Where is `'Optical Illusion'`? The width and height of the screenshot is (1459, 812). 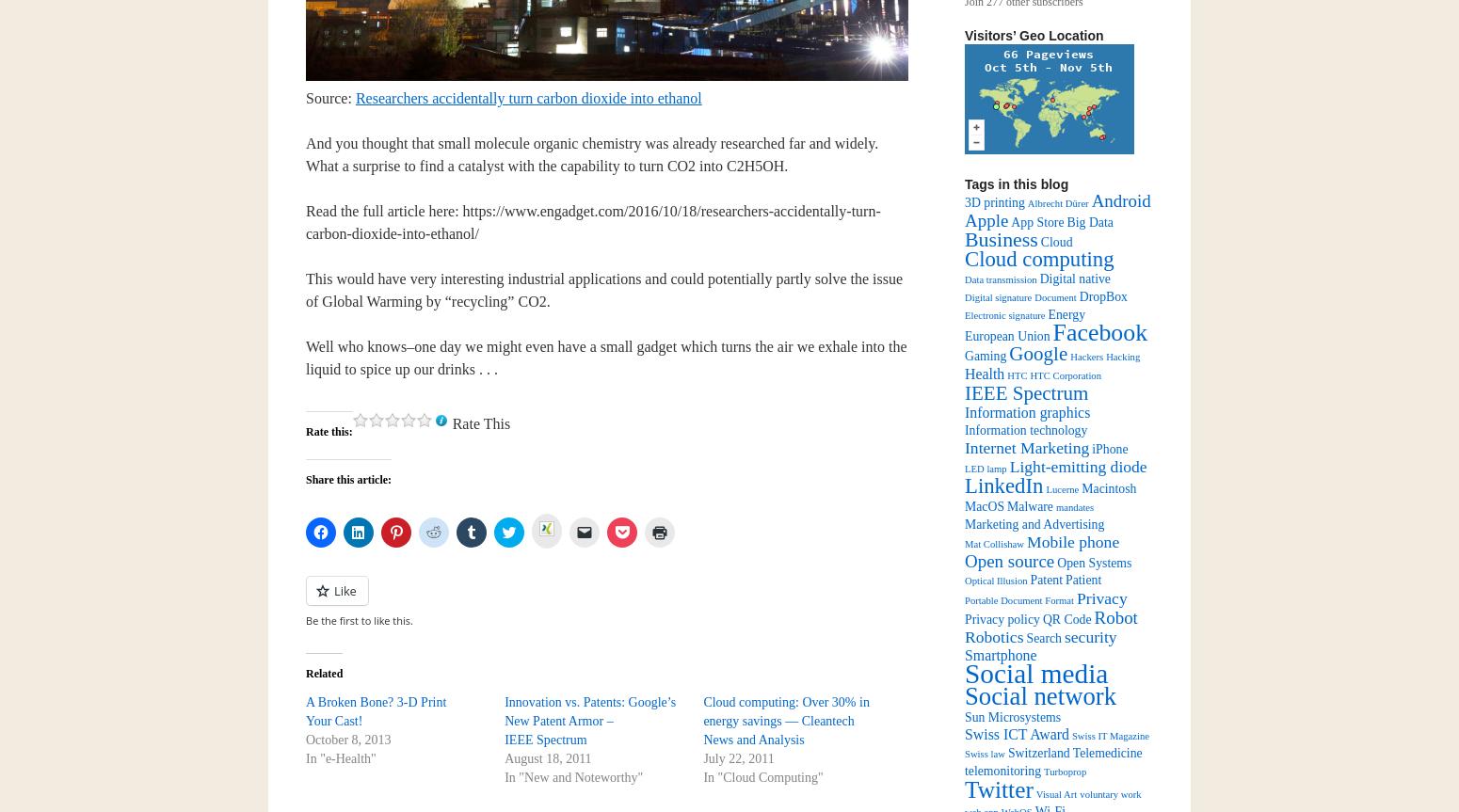
'Optical Illusion' is located at coordinates (965, 580).